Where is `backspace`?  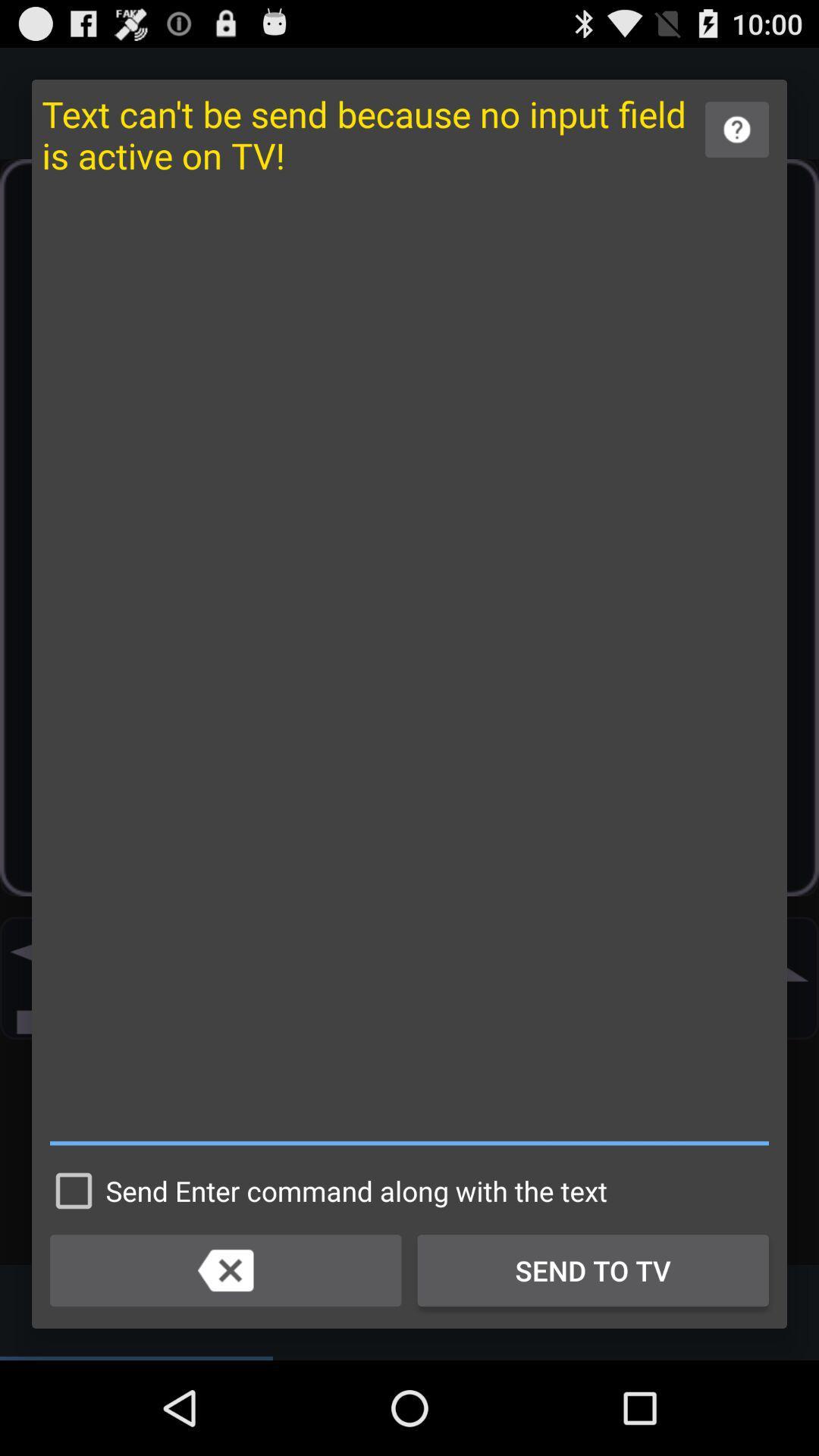 backspace is located at coordinates (225, 1270).